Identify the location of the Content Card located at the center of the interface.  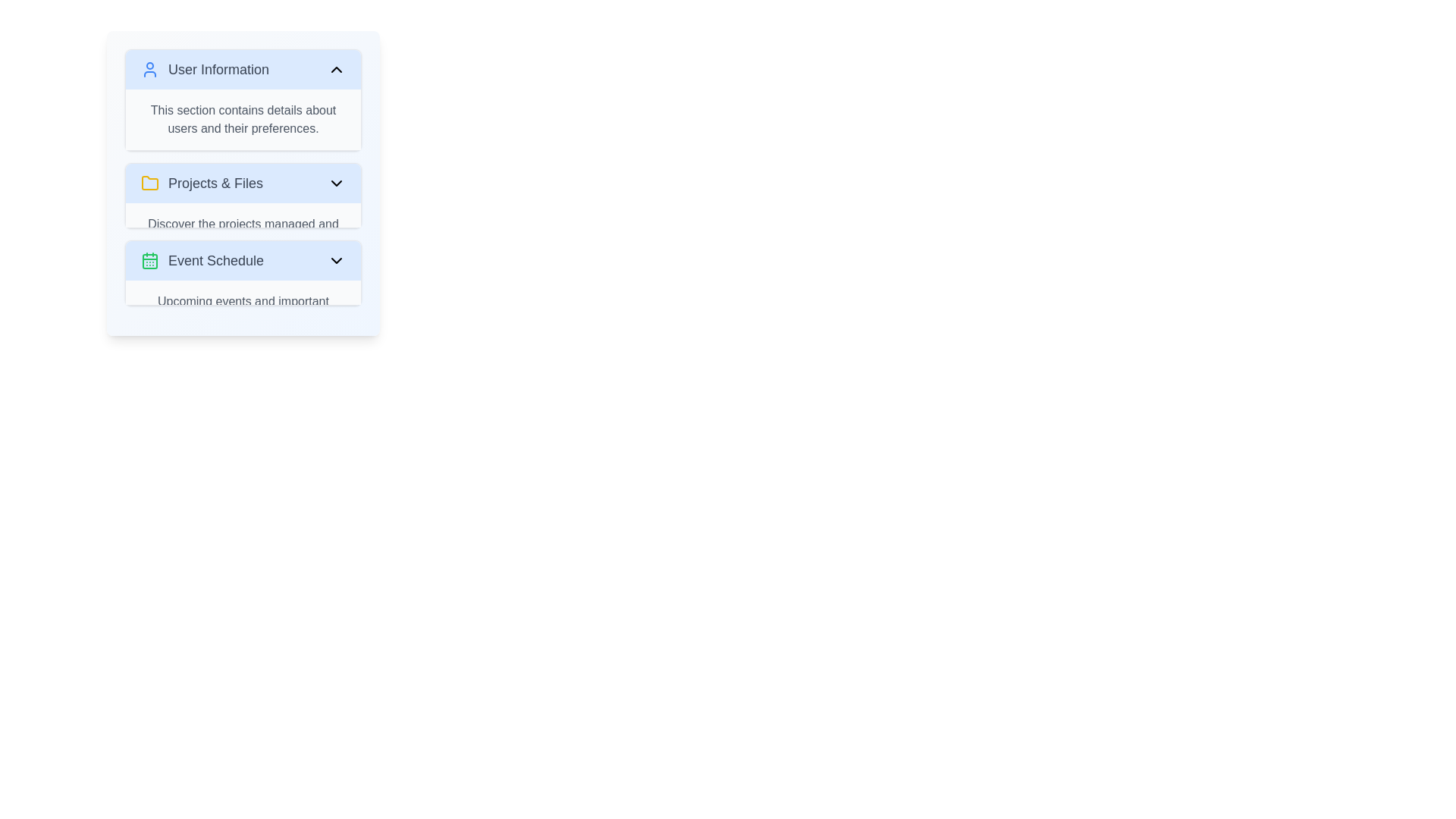
(243, 183).